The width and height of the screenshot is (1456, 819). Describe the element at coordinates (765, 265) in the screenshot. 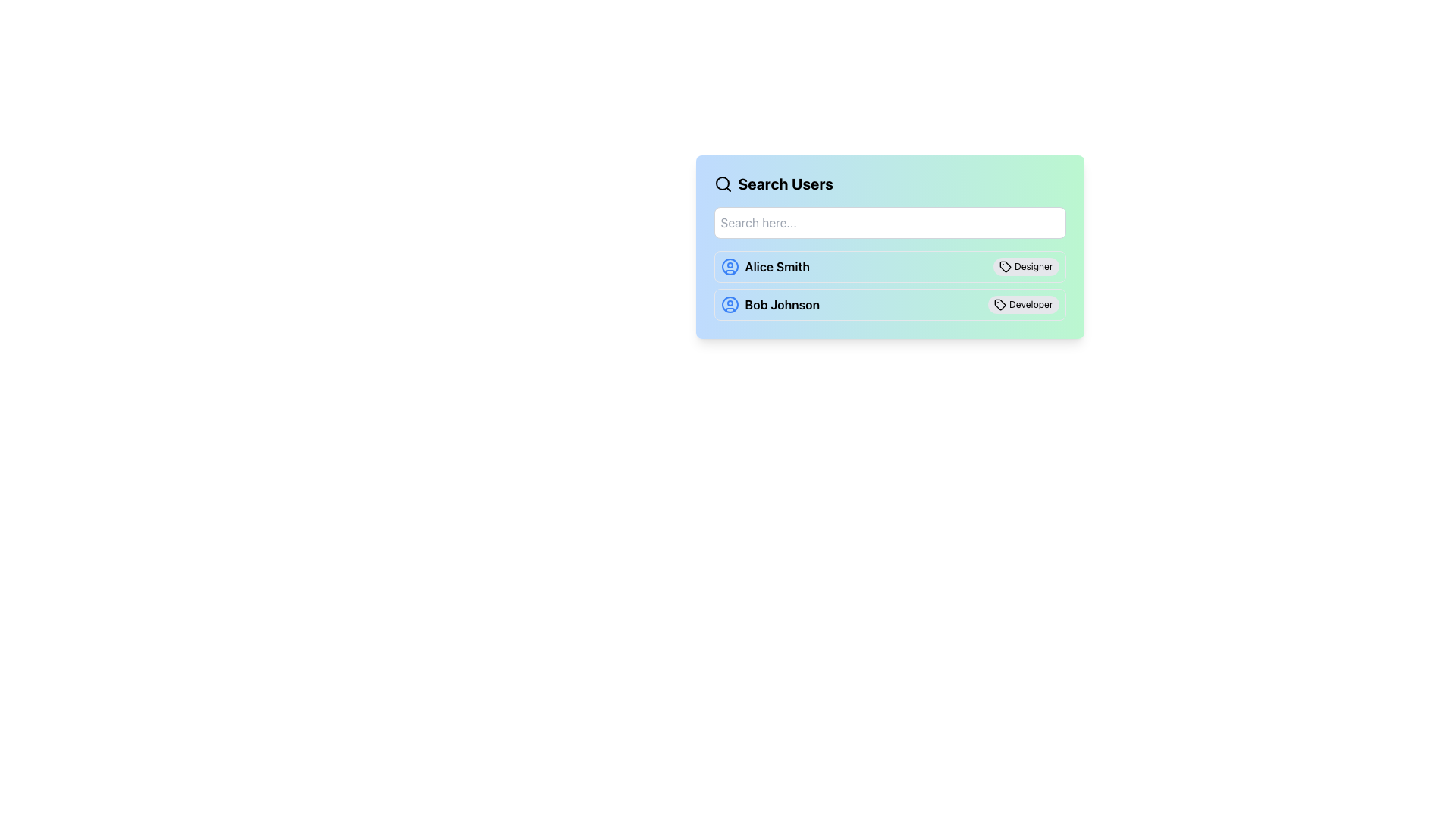

I see `label 'Alice Smith' which is in bold black font next to a circular blue user icon, located within the 'Search Users' section` at that location.